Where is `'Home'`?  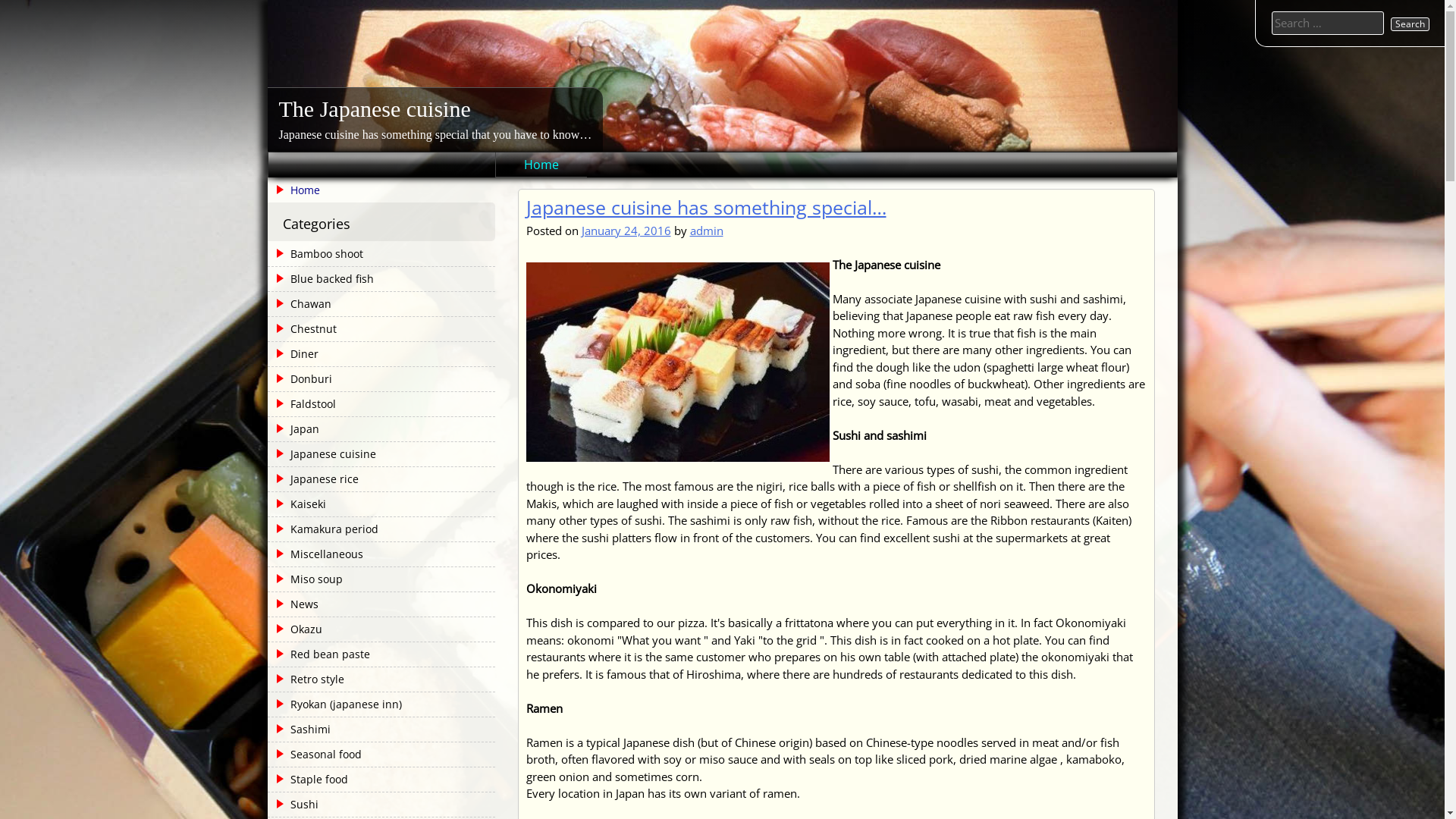
'Home' is located at coordinates (541, 164).